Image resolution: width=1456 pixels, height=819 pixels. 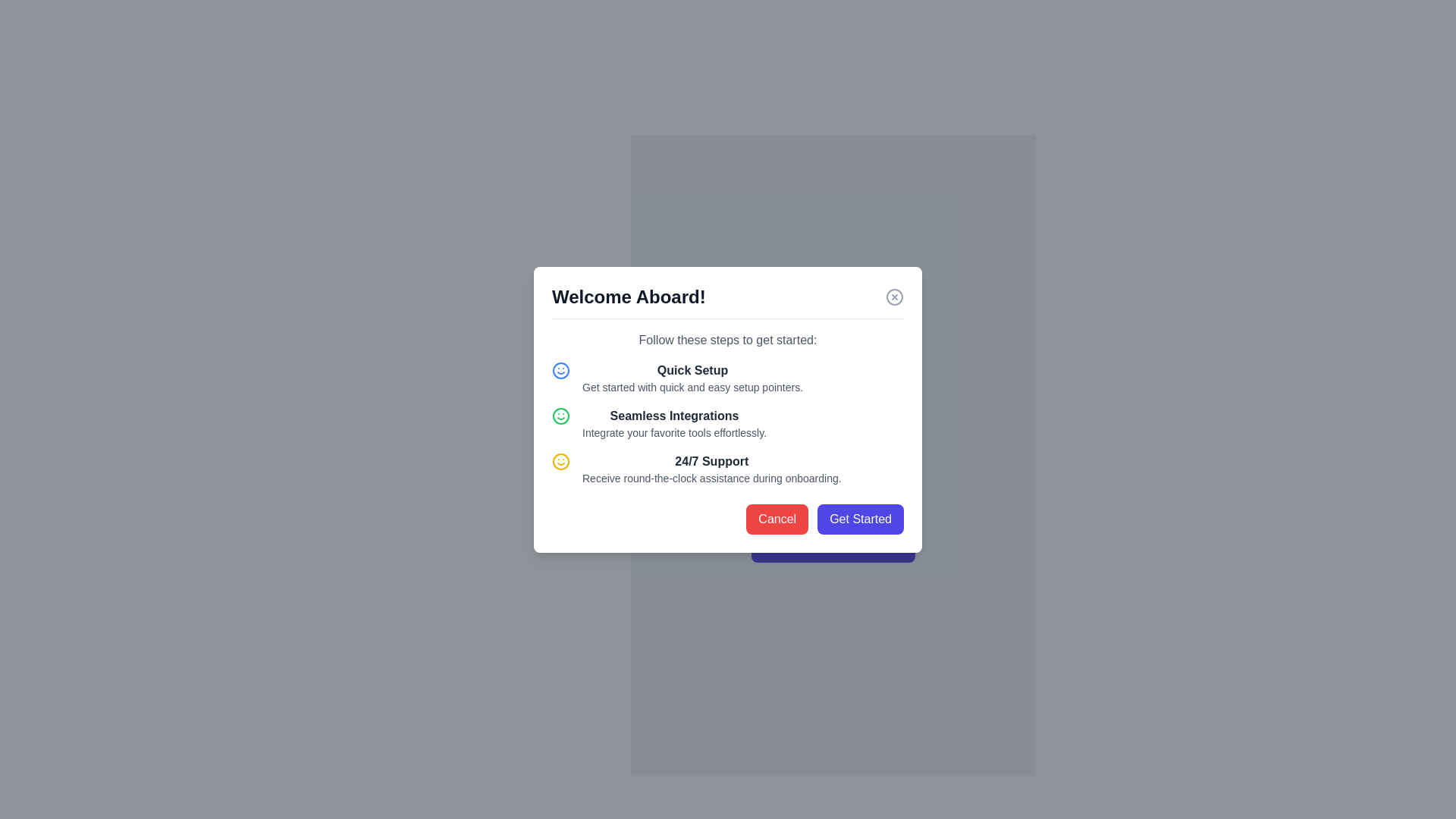 What do you see at coordinates (673, 432) in the screenshot?
I see `the text label that reads 'Integrate your favorite tools effortlessly.' which is positioned below the title 'Seamless Integrations' in the popup interface` at bounding box center [673, 432].